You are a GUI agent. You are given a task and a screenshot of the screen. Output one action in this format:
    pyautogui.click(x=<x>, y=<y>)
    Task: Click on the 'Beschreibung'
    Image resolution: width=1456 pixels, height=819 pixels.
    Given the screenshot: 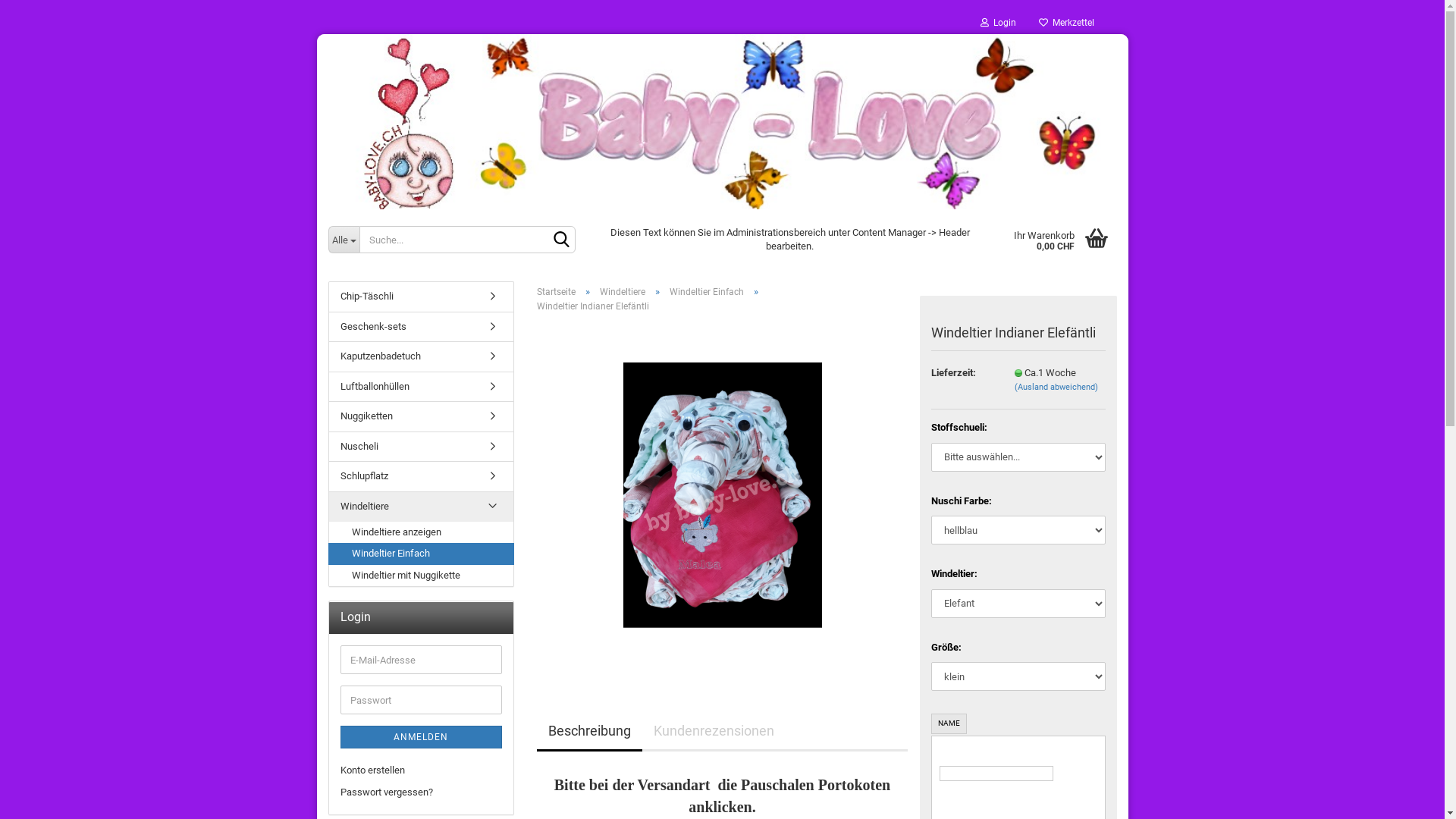 What is the action you would take?
    pyautogui.click(x=588, y=731)
    